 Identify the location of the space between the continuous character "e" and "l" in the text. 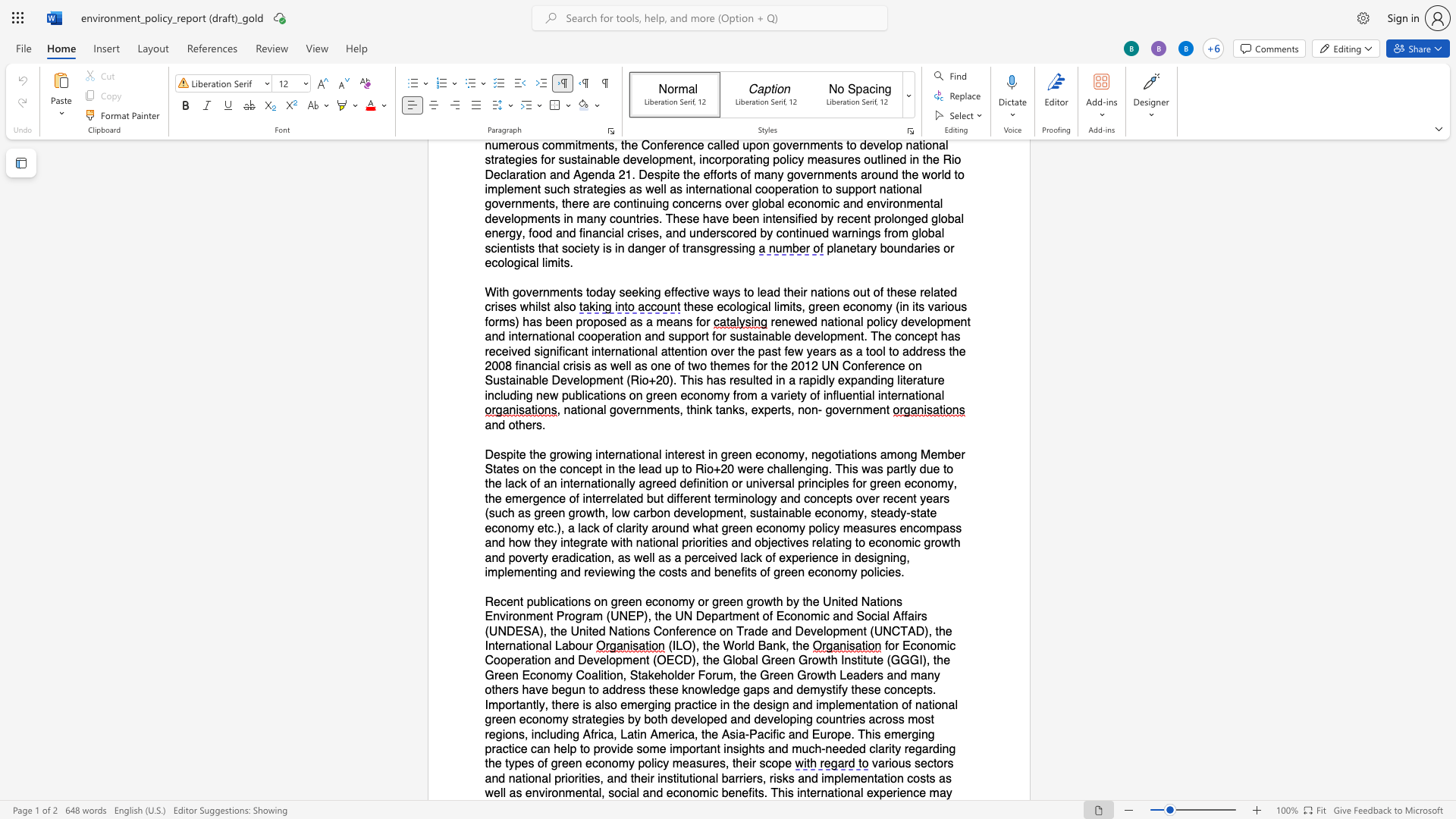
(499, 792).